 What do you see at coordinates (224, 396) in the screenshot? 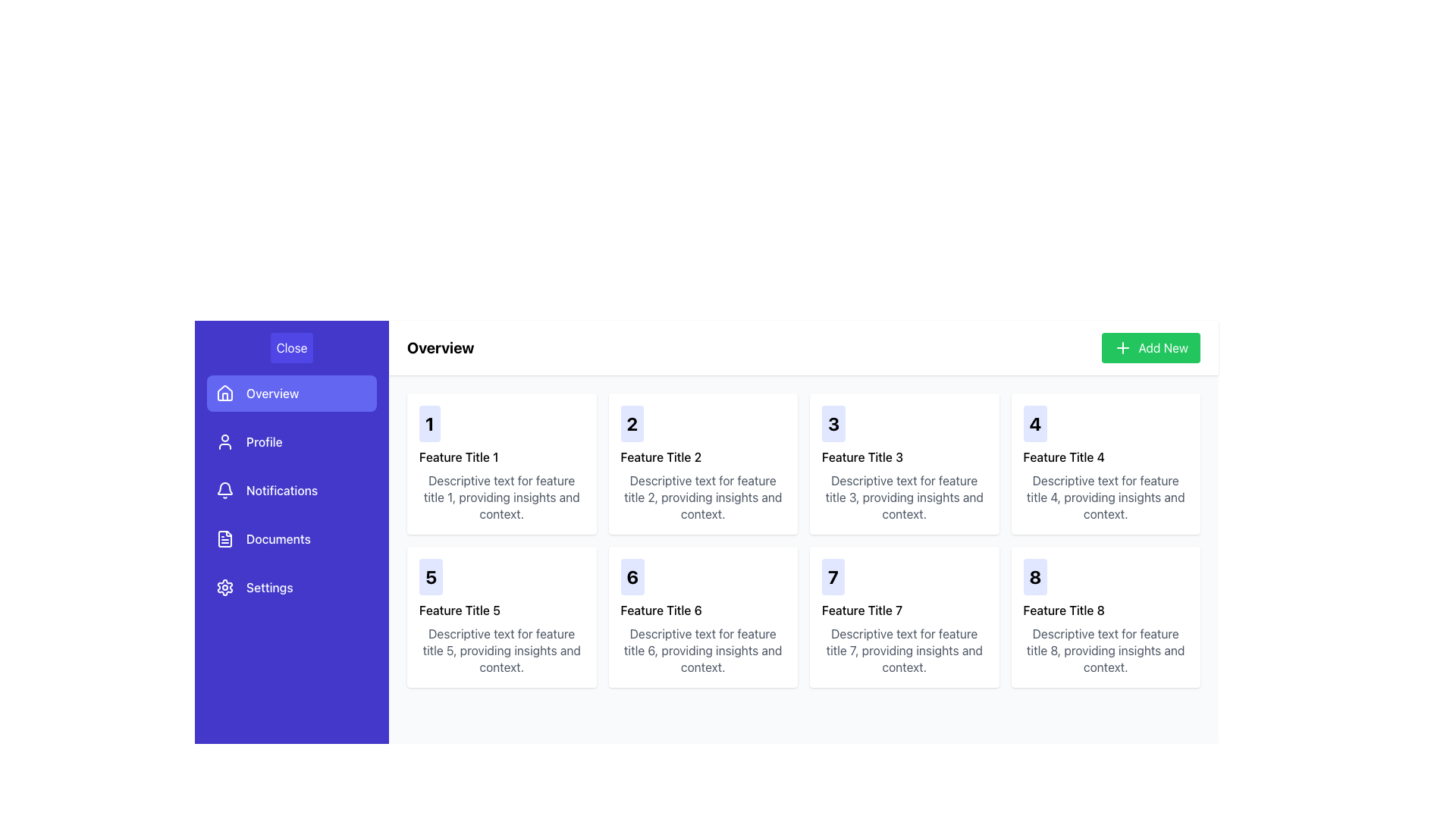
I see `the decorative graphic detail of the house icon in the left navigation bar, which visually resembles a door and is located next to the 'Overview' text` at bounding box center [224, 396].